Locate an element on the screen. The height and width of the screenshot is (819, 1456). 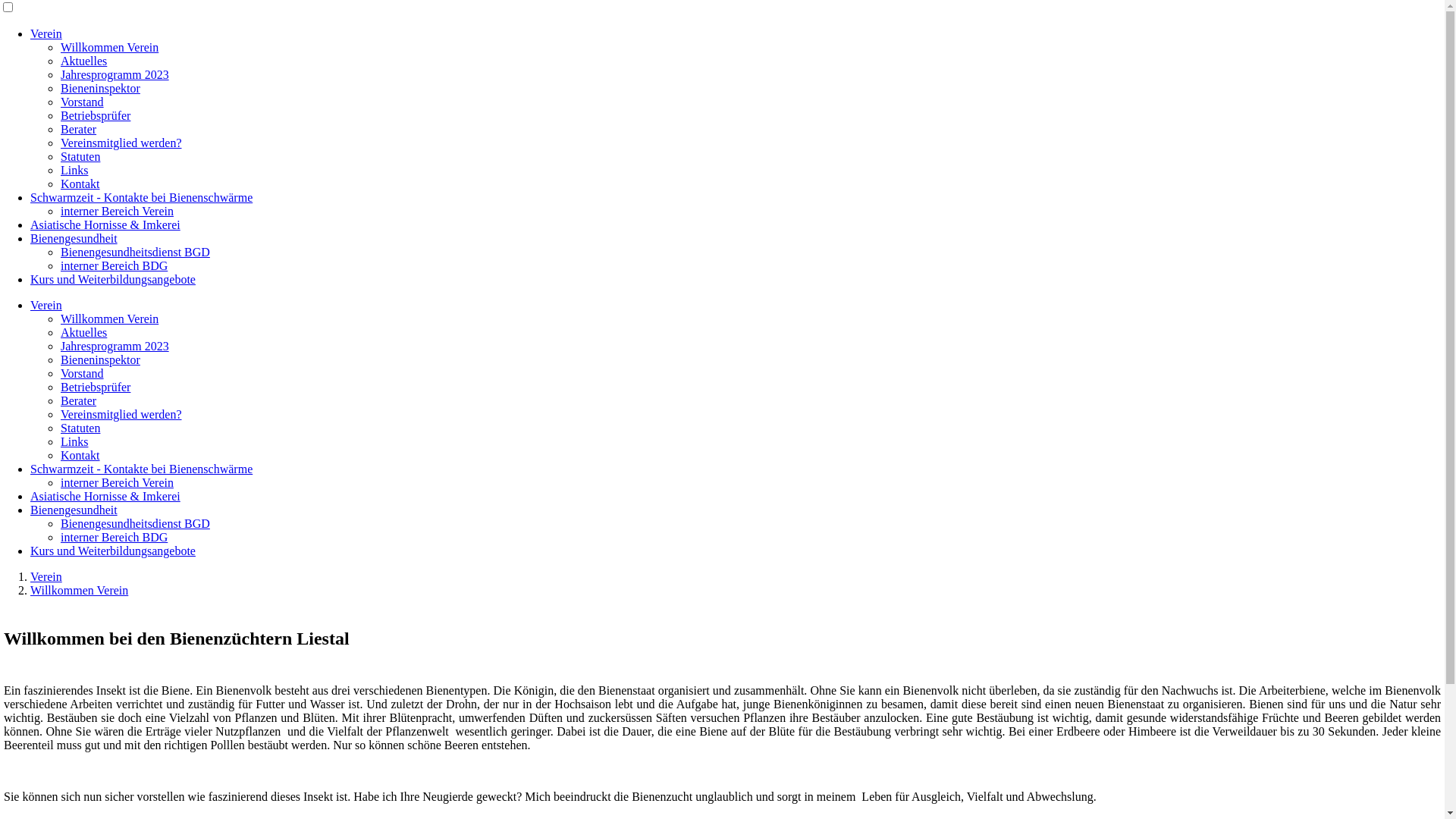
'Willkommen Verein' is located at coordinates (78, 589).